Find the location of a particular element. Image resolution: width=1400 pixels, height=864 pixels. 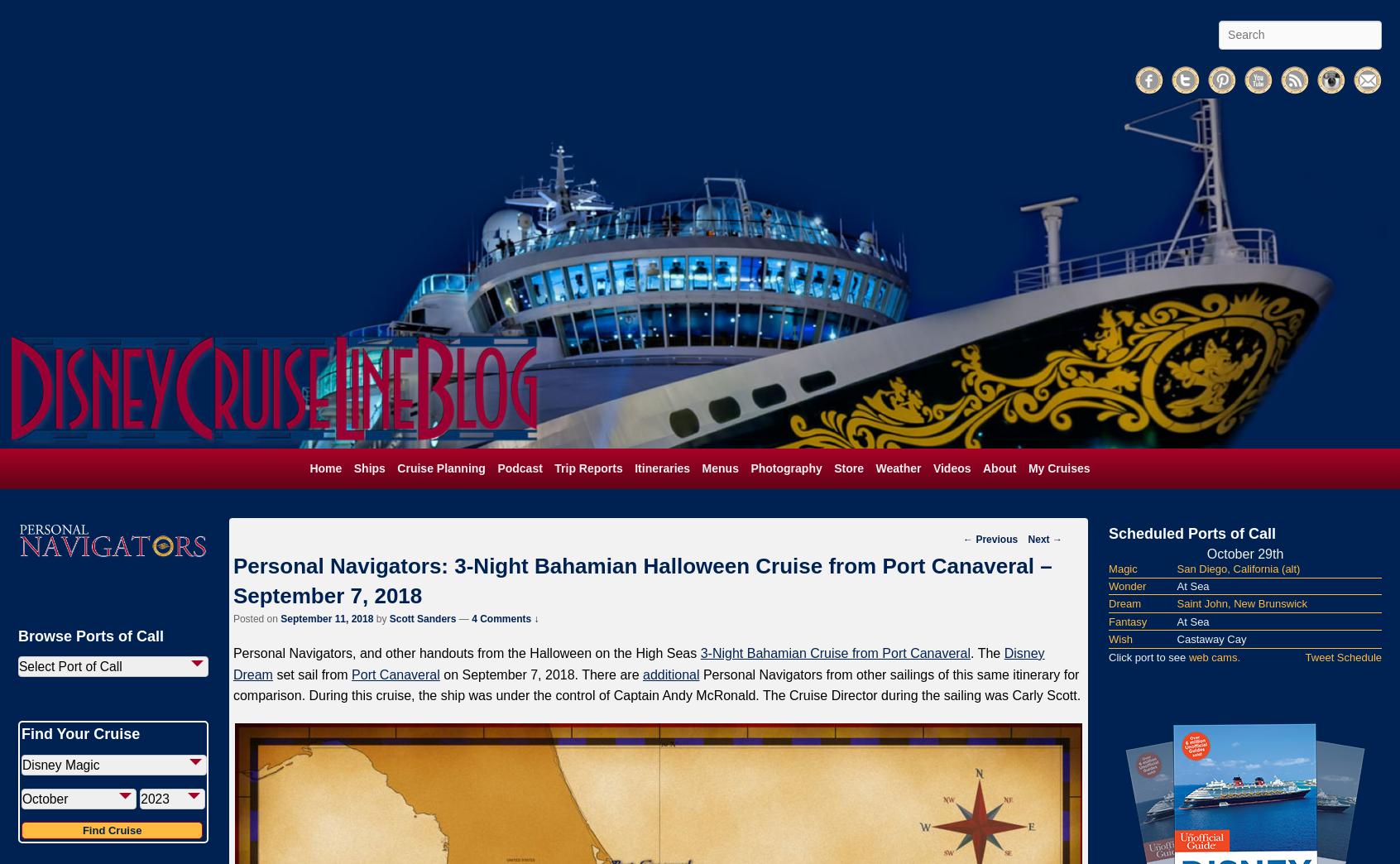

'Photography' is located at coordinates (786, 467).